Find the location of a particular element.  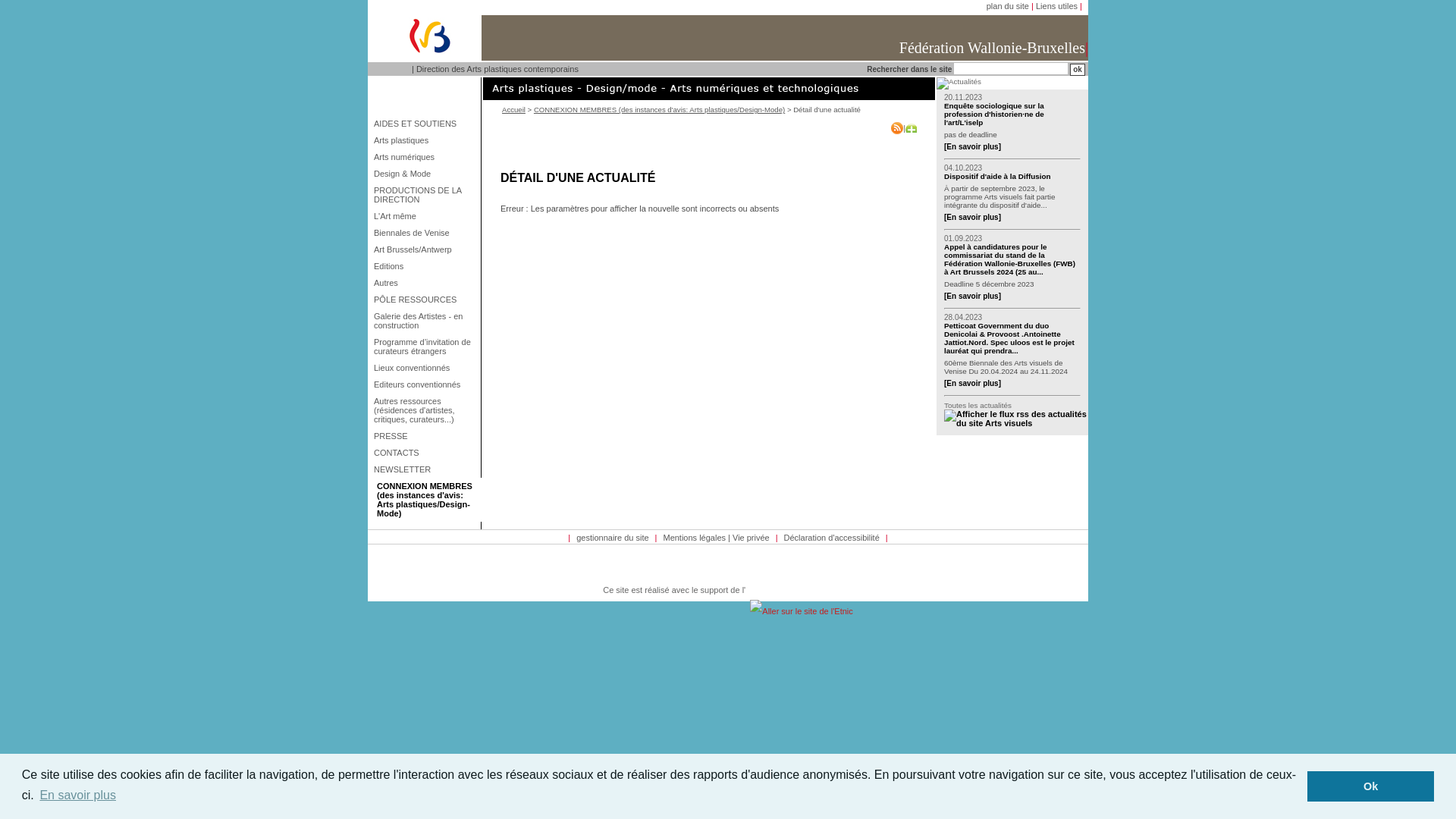

'[En savoir plus]' is located at coordinates (943, 296).